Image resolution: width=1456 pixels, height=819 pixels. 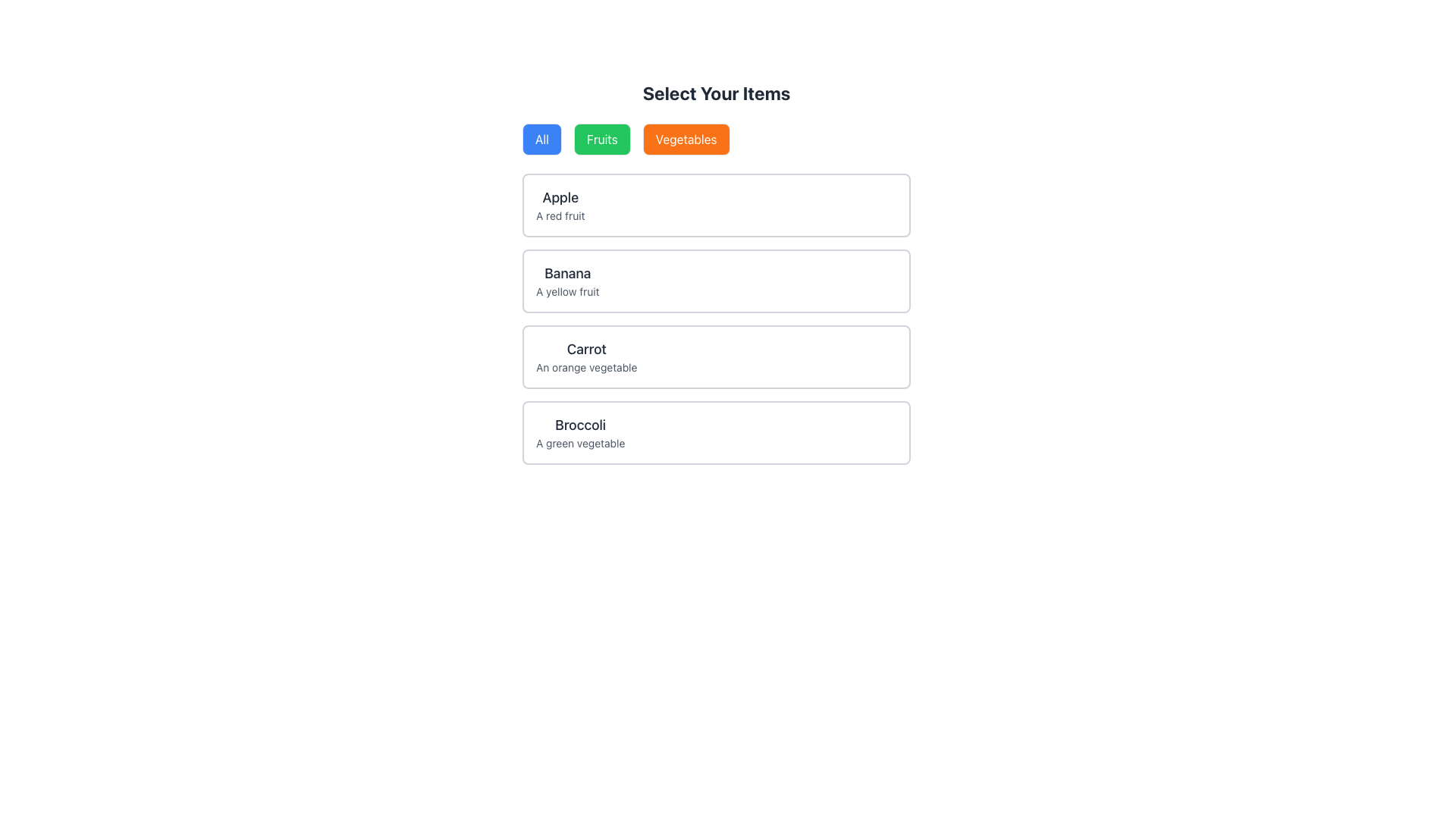 What do you see at coordinates (585, 368) in the screenshot?
I see `the text label that reads 'An orange vegetable', styled in a smaller gray font, located beneath the header 'Carrot' in the categorized list item` at bounding box center [585, 368].